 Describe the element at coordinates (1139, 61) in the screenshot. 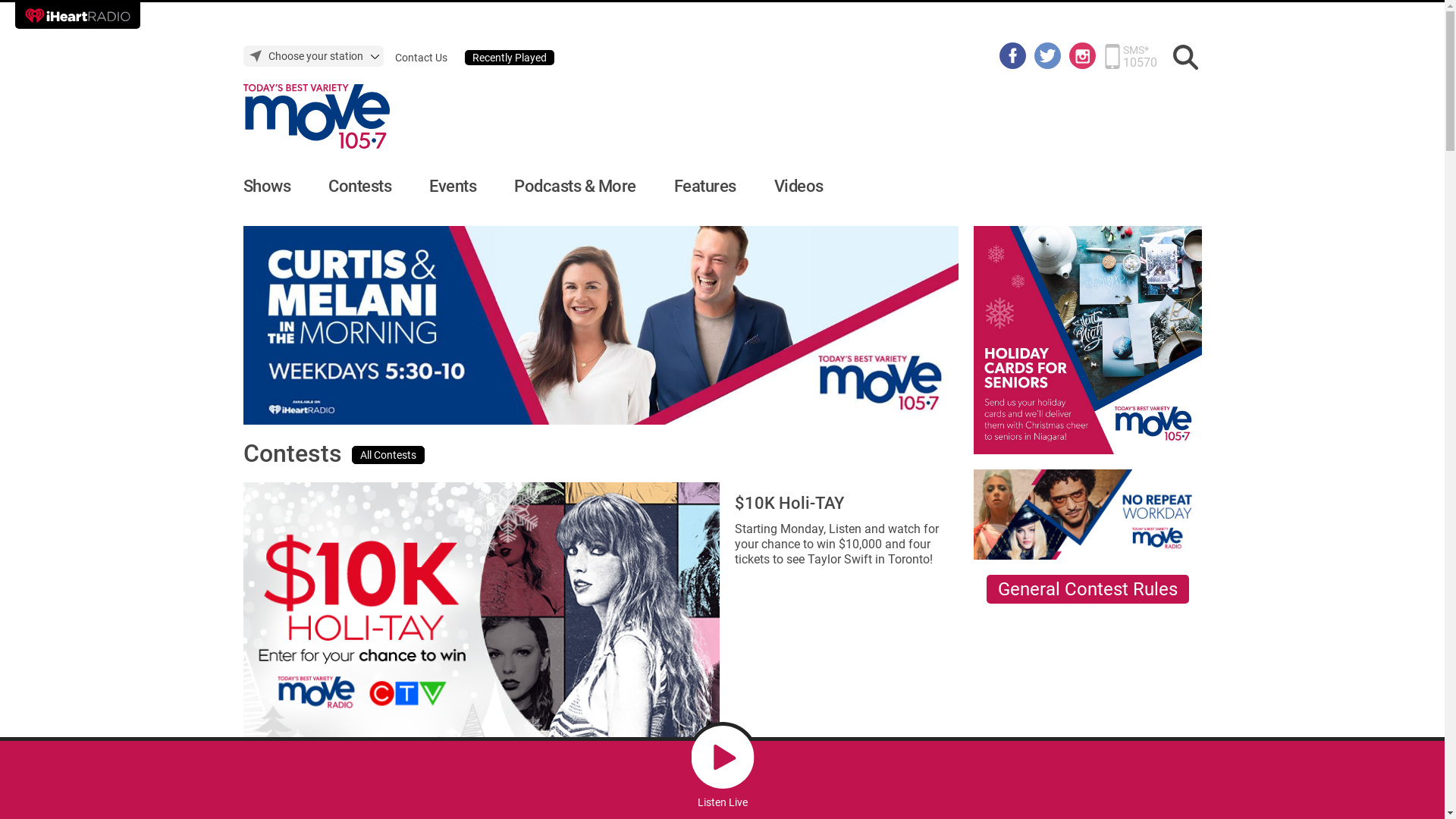

I see `'10570'` at that location.